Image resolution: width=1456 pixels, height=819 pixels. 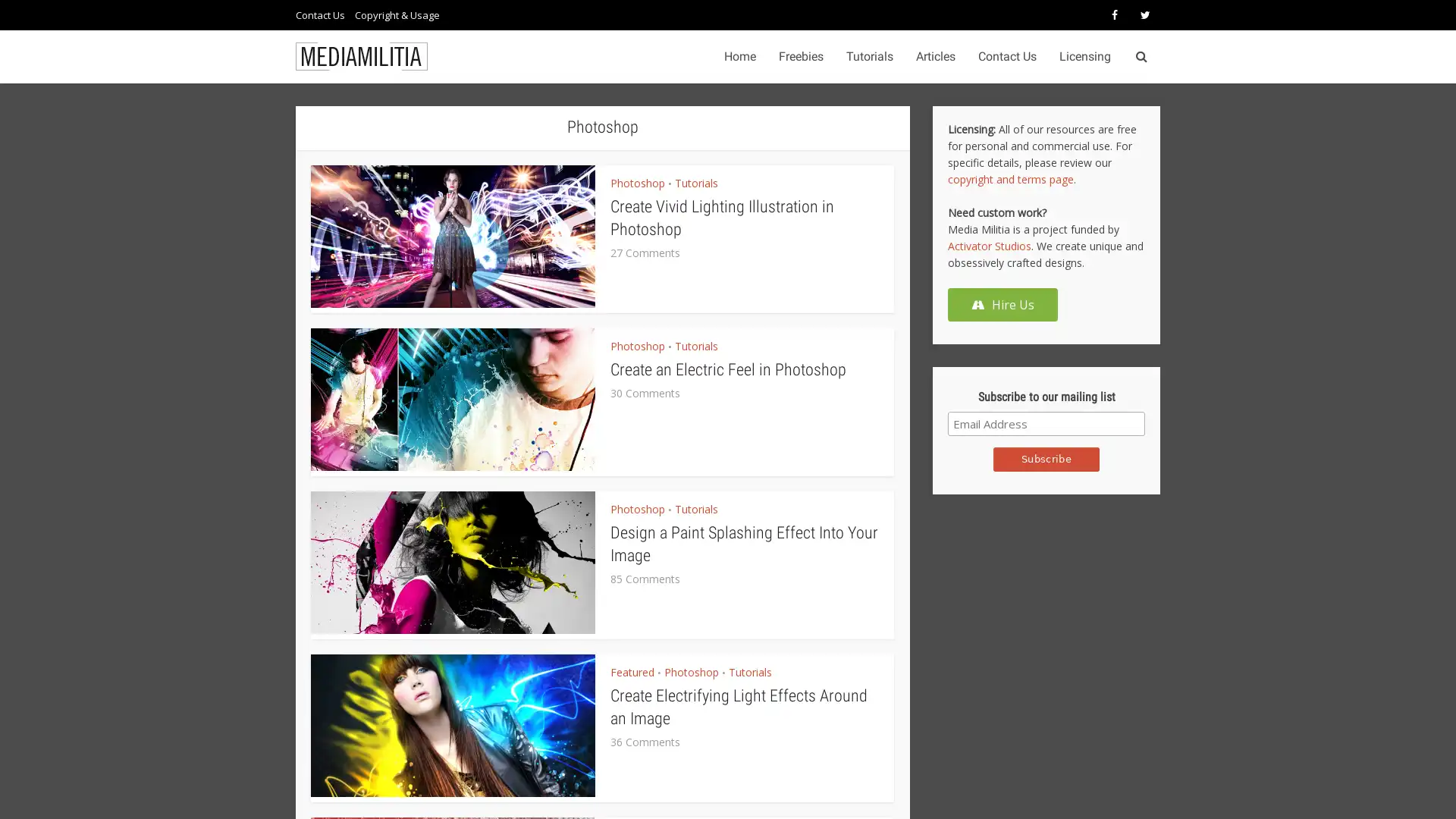 I want to click on Subscribe, so click(x=1046, y=458).